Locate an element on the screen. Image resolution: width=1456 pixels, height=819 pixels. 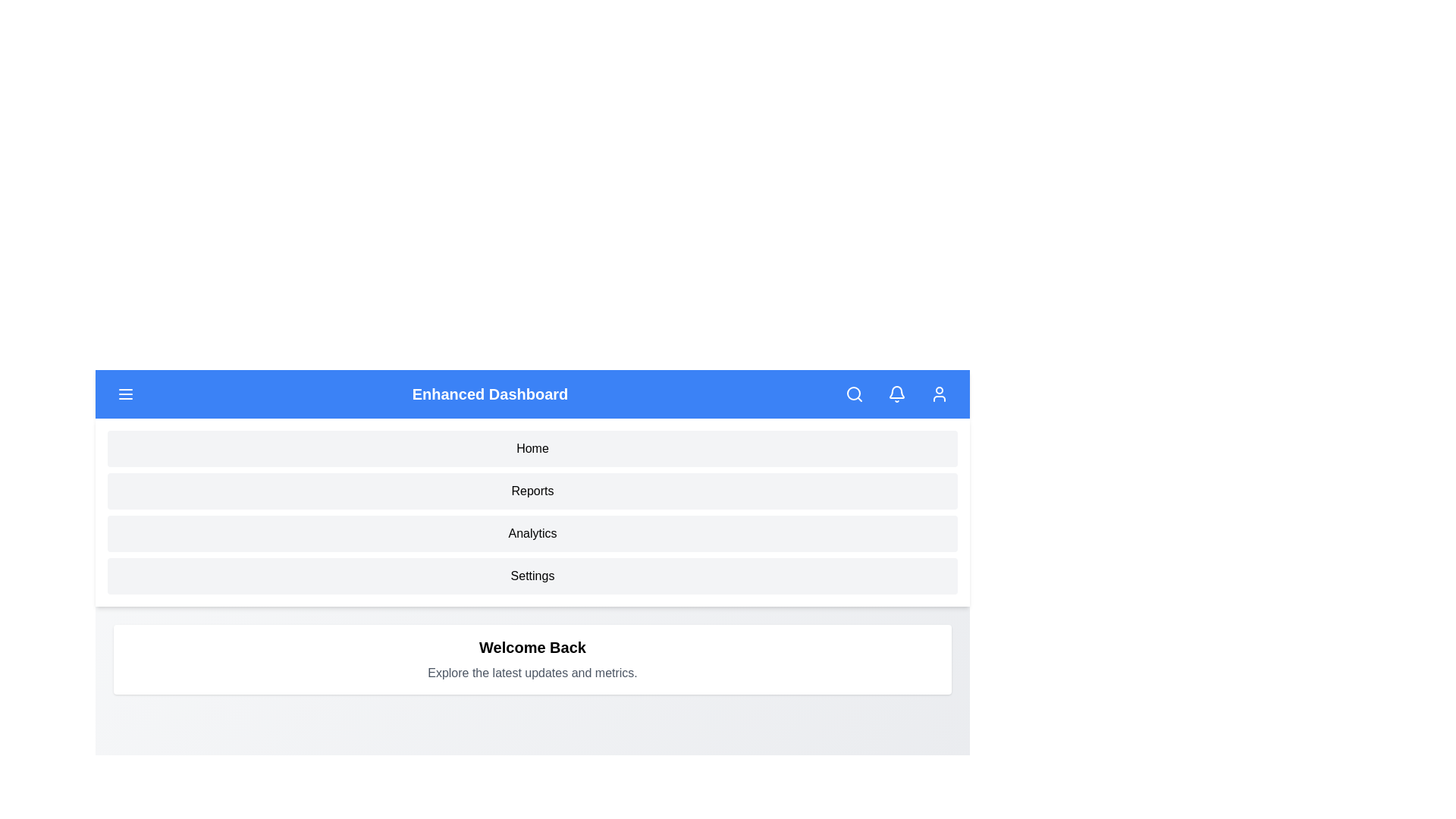
the search icon to initiate a search action is located at coordinates (855, 394).